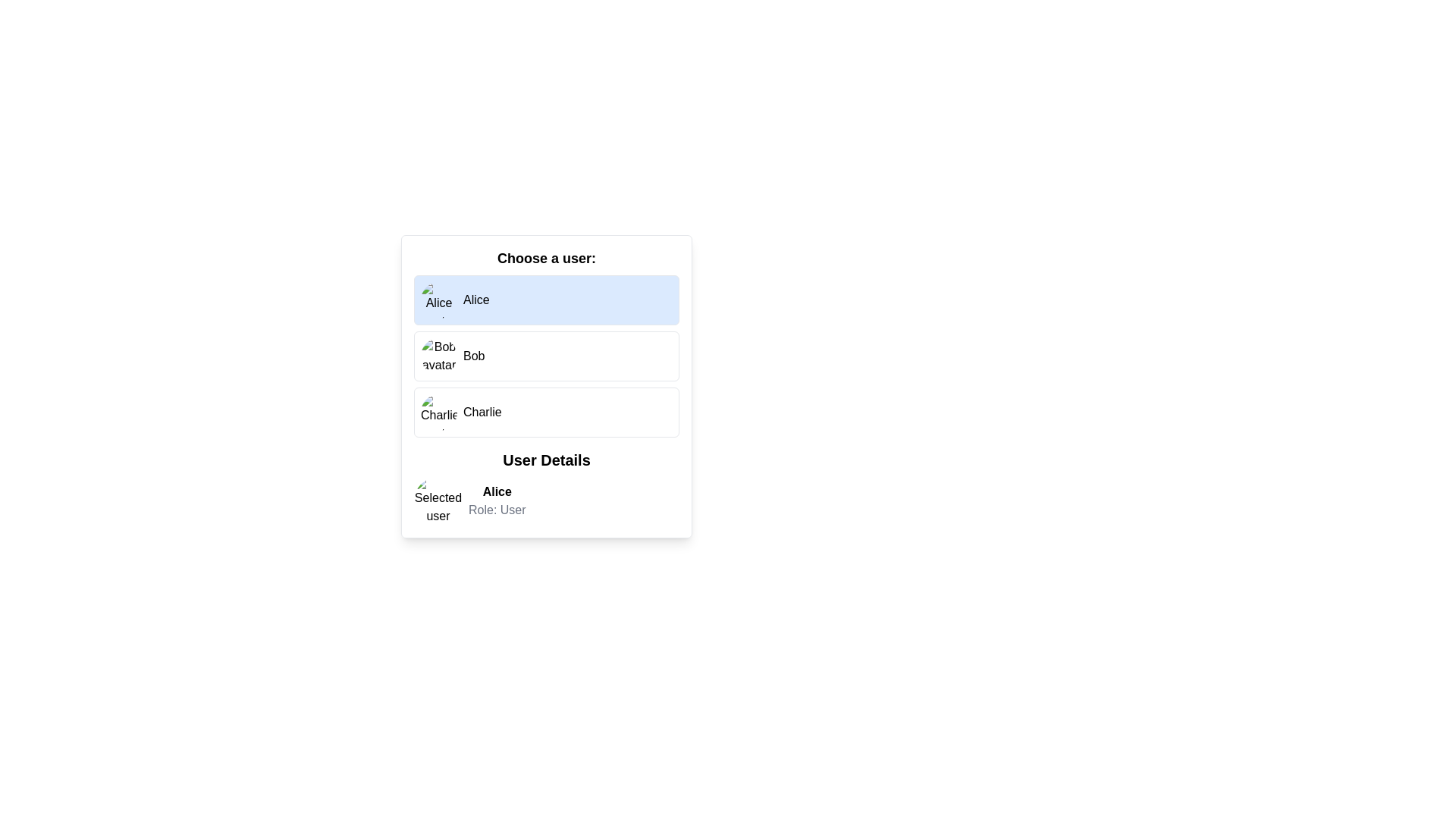 The width and height of the screenshot is (1456, 819). What do you see at coordinates (497, 500) in the screenshot?
I see `the Text Display Area containing the username 'Alice' and the label 'Role: User', located in the 'User Details' section of the interface` at bounding box center [497, 500].